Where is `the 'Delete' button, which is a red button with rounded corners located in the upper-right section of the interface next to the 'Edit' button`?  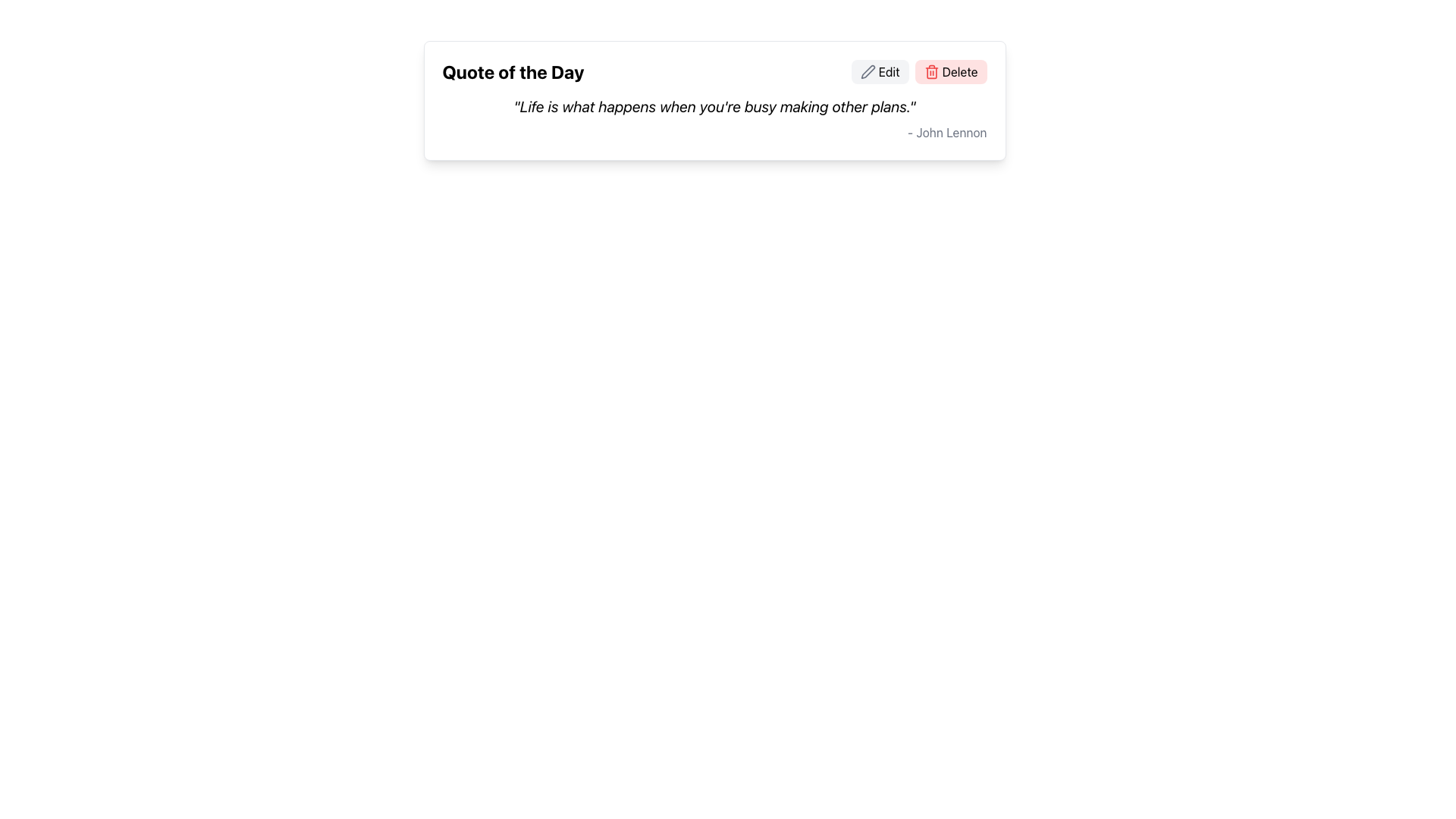
the 'Delete' button, which is a red button with rounded corners located in the upper-right section of the interface next to the 'Edit' button is located at coordinates (918, 72).